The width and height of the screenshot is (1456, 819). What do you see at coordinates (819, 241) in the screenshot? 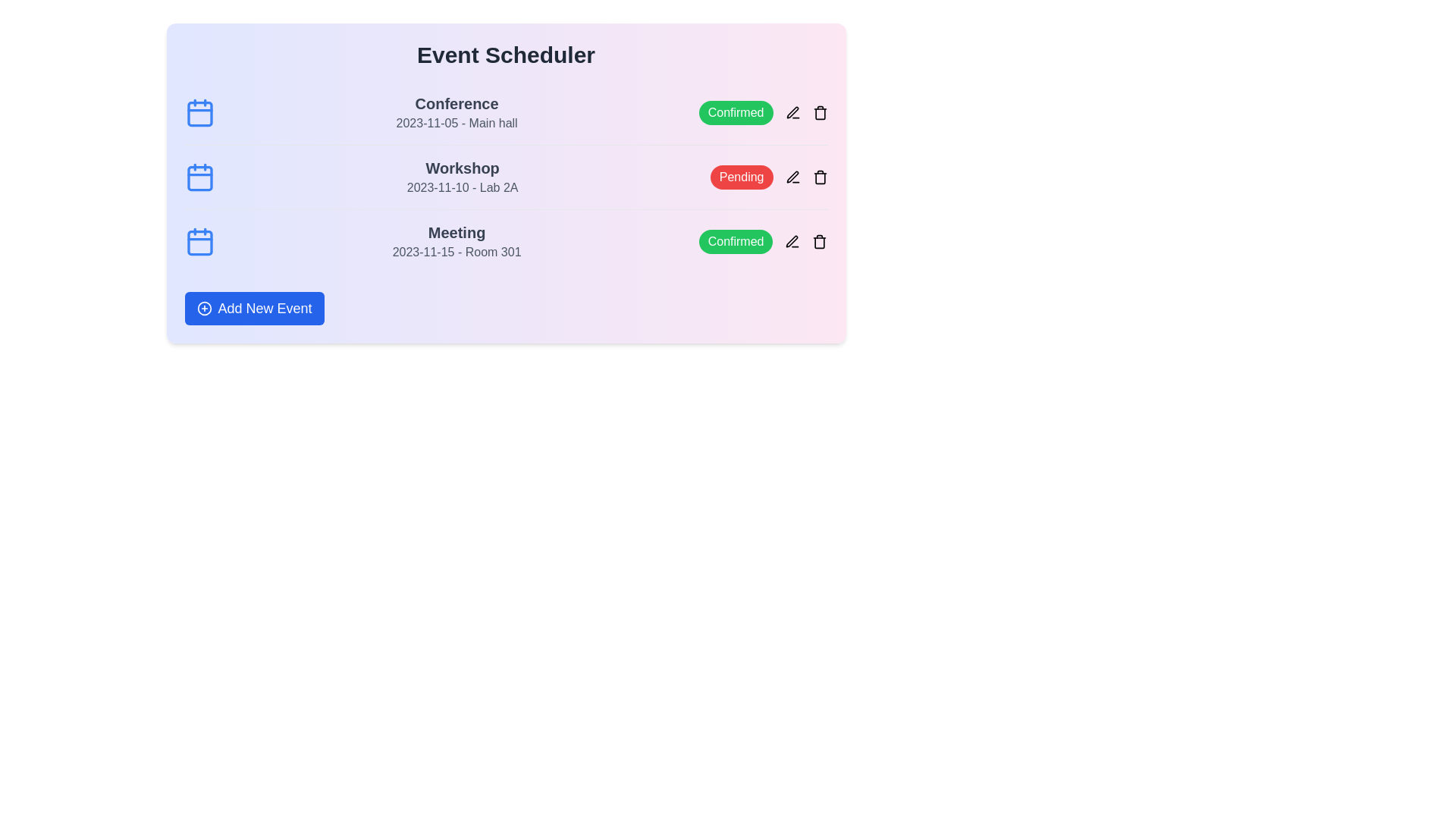
I see `the delete button at the end of the 'Meeting' row` at bounding box center [819, 241].